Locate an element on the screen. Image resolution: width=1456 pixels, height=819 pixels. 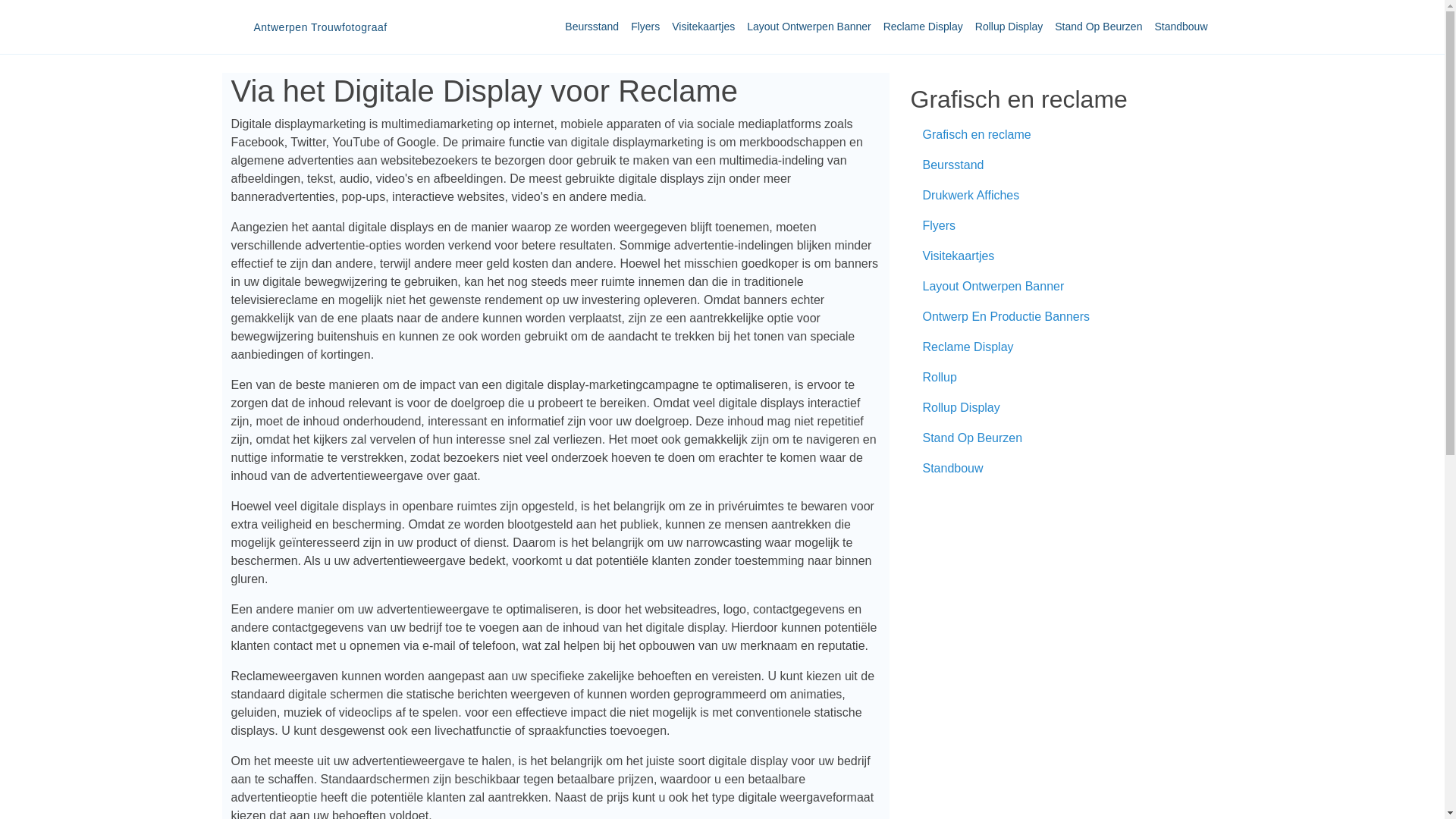
'Stand Op Beurzen' is located at coordinates (1098, 27).